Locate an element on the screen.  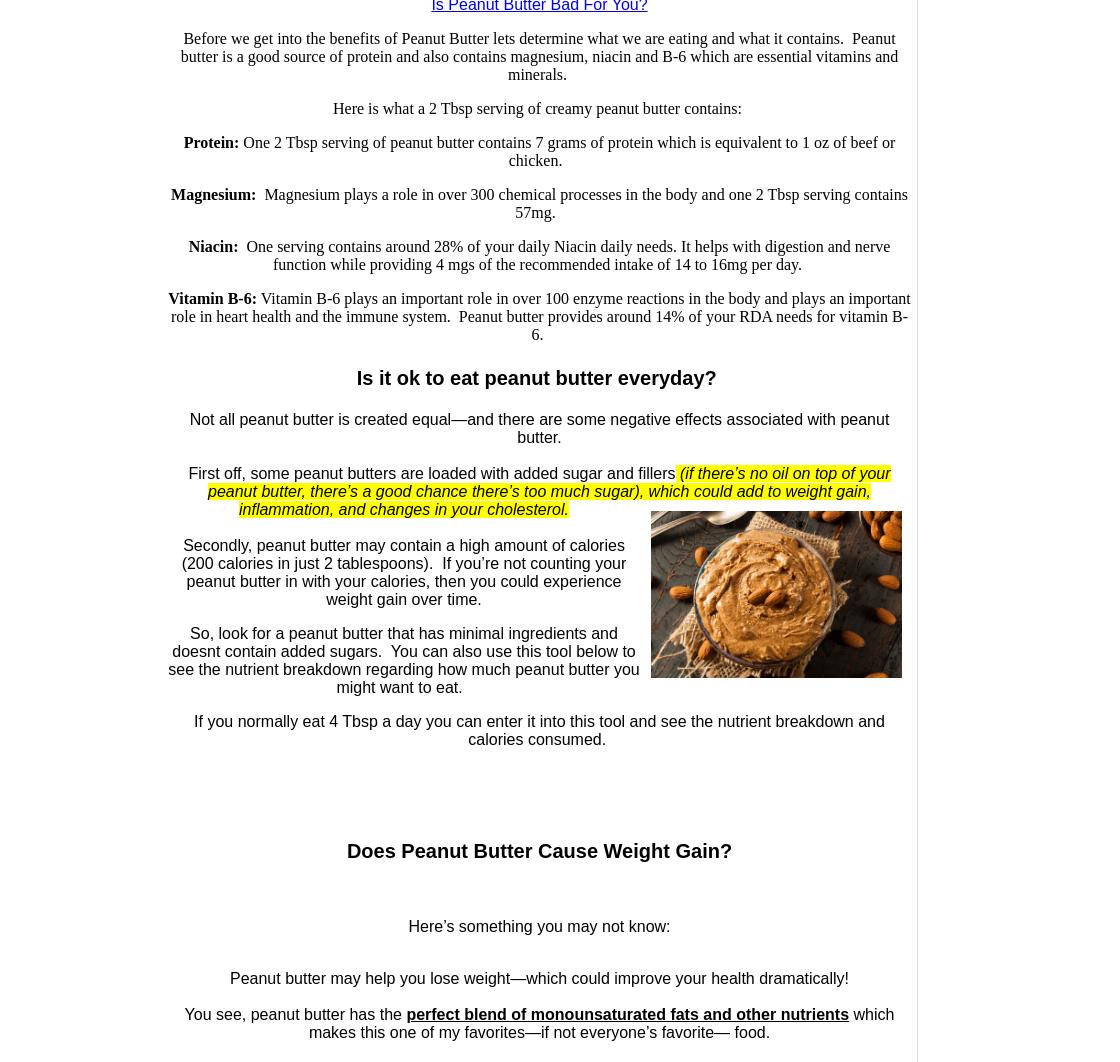
'Vitamin B-6:' is located at coordinates (212, 297).